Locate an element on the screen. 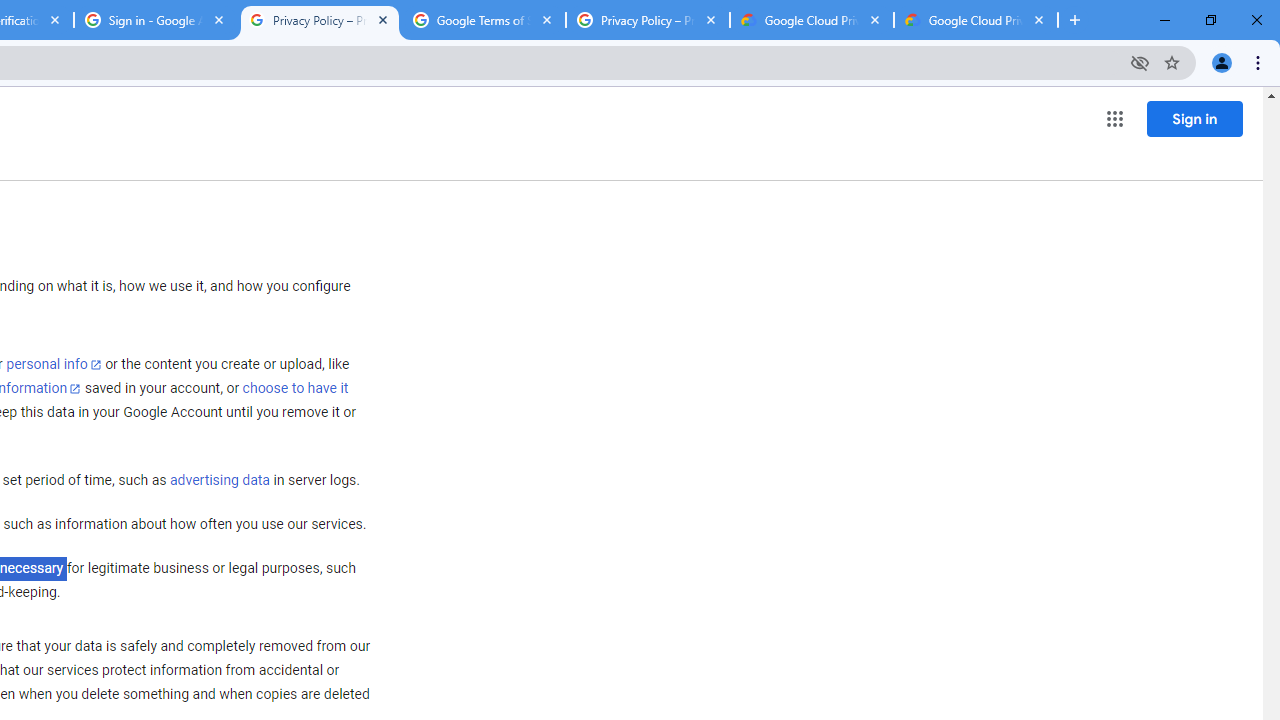 The width and height of the screenshot is (1280, 720). 'Sign in - Google Accounts' is located at coordinates (155, 20).